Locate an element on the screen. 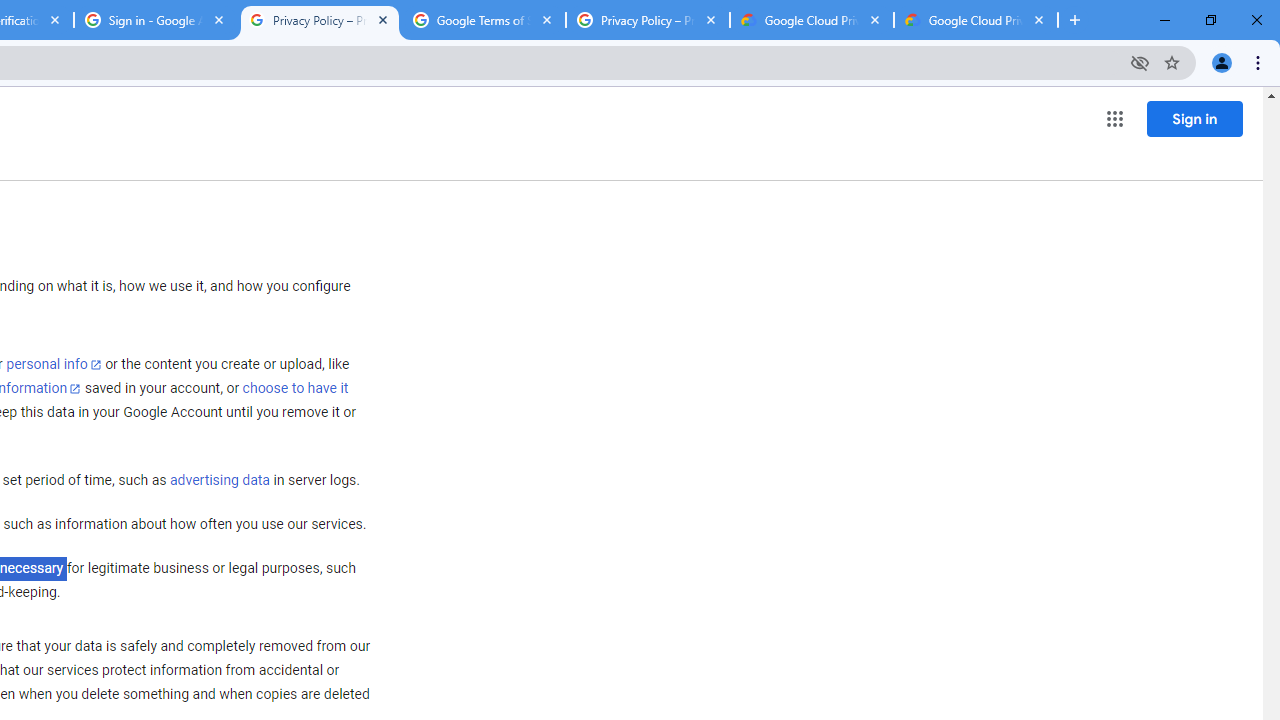 The width and height of the screenshot is (1280, 720). 'Sign in - Google Accounts' is located at coordinates (155, 20).